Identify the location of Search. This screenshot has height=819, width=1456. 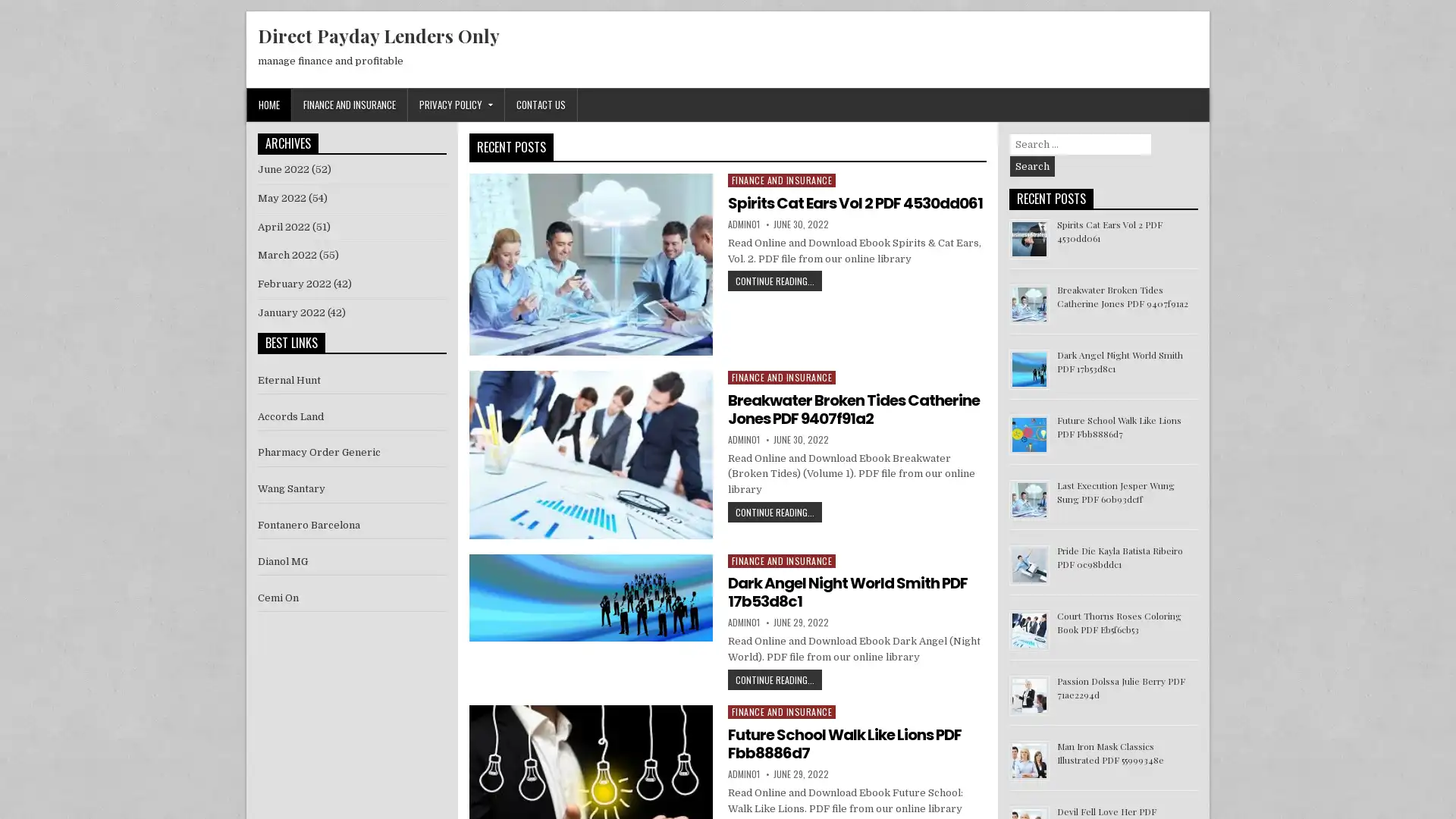
(1031, 166).